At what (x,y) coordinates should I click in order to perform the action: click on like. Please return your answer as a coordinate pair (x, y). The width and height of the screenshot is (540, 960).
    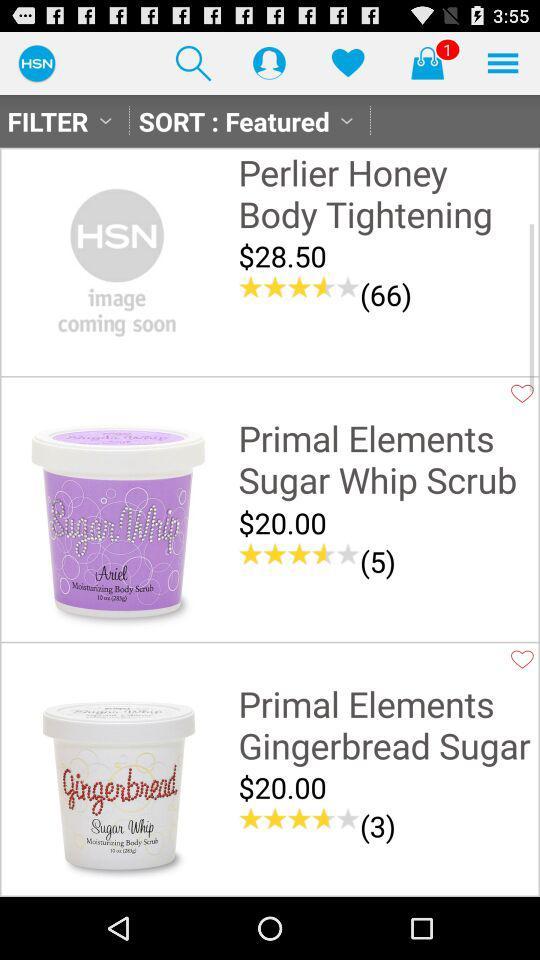
    Looking at the image, I should click on (522, 392).